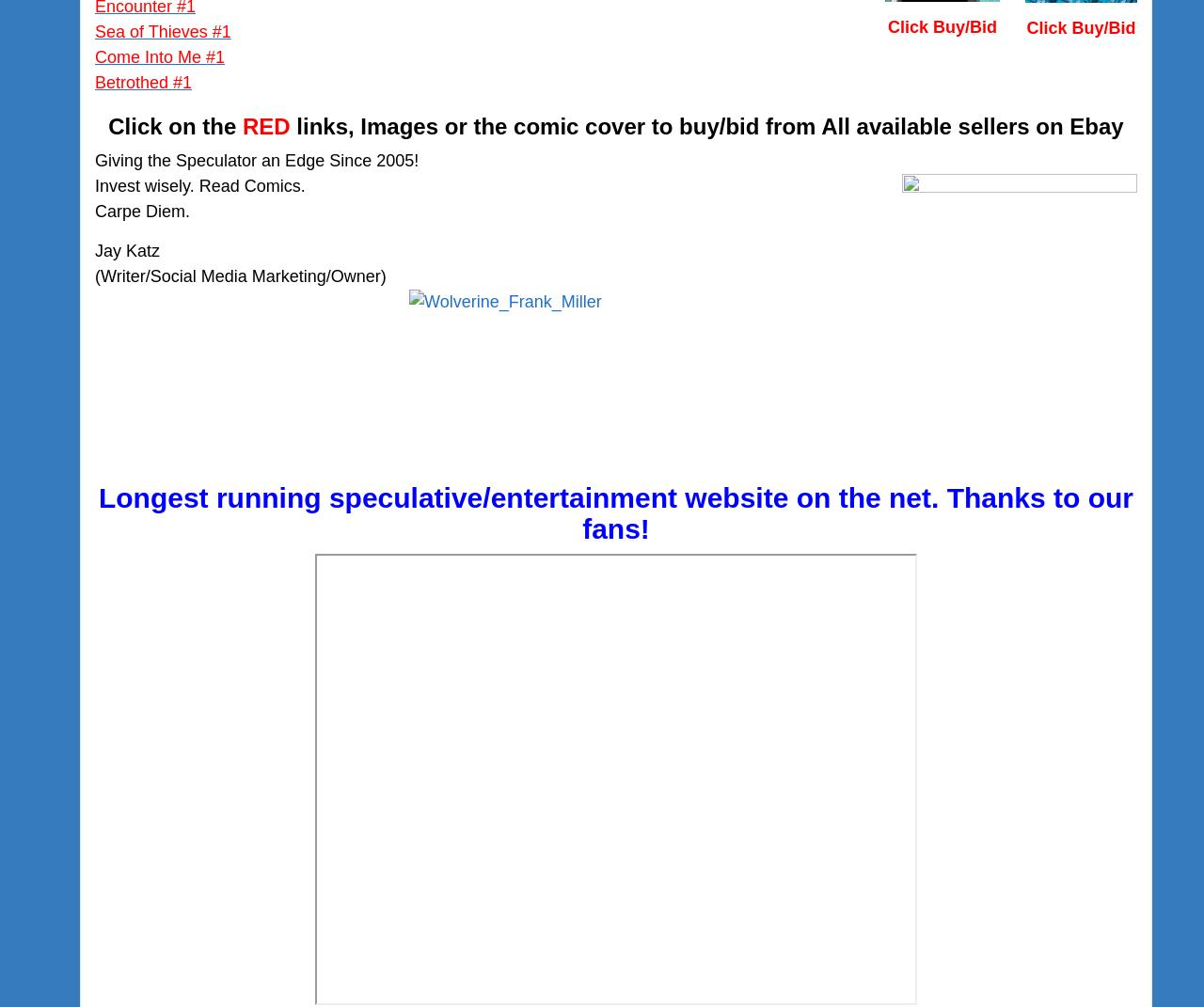 This screenshot has height=1007, width=1204. What do you see at coordinates (93, 275) in the screenshot?
I see `'(Writer/Social Media Marketing/Owner)'` at bounding box center [93, 275].